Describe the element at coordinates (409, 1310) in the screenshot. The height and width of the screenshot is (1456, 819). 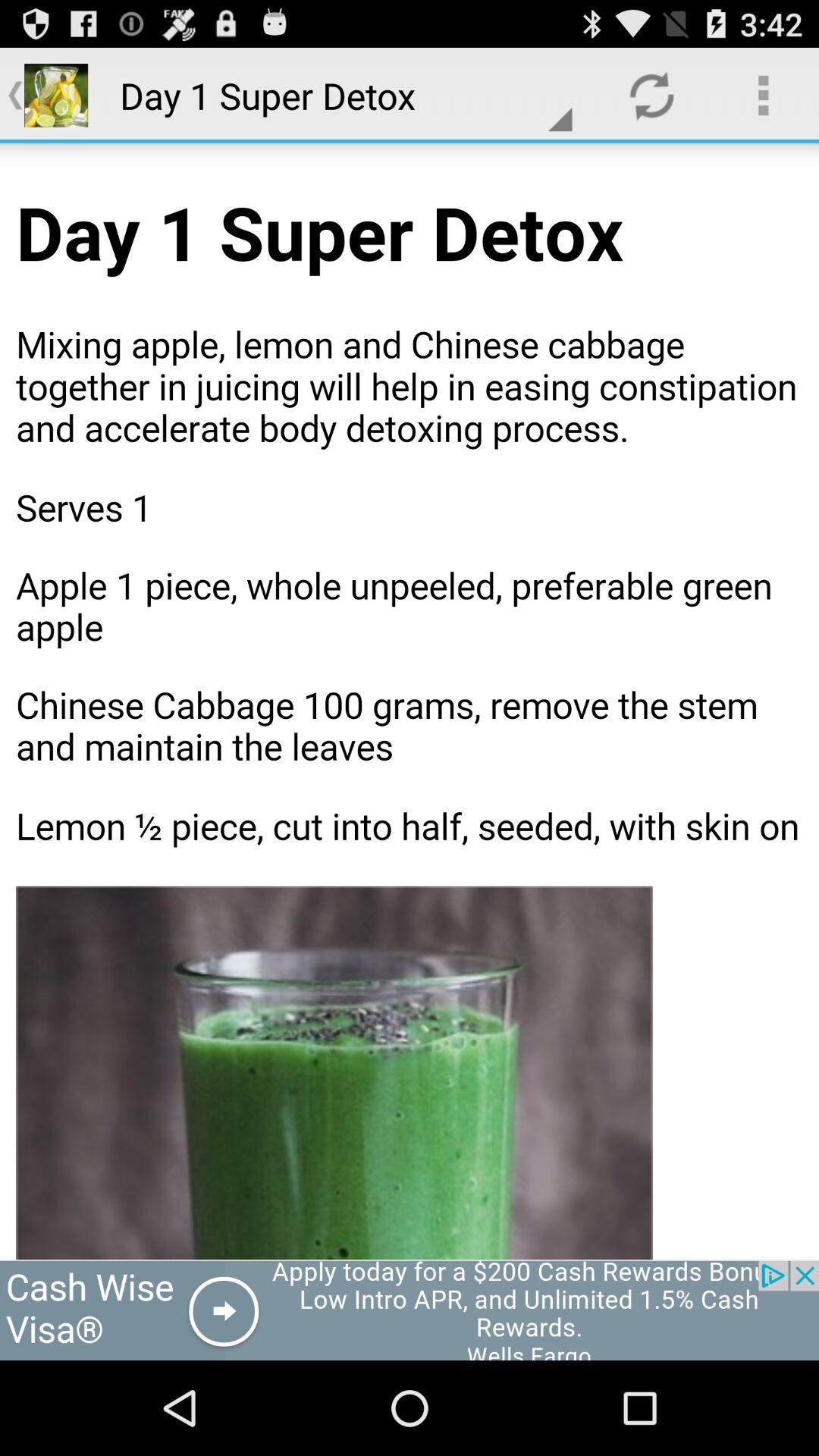
I see `open webpage of displayed advertisement` at that location.